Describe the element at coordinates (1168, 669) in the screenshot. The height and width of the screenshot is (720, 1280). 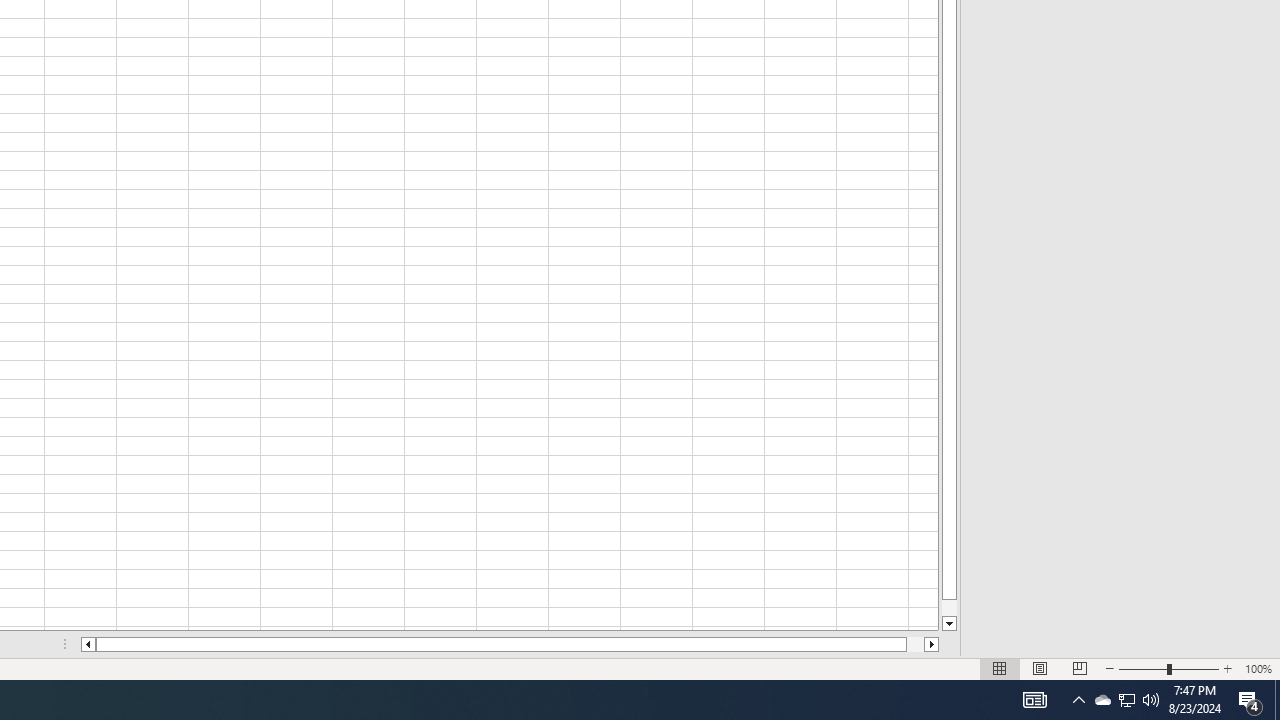
I see `'Zoom'` at that location.